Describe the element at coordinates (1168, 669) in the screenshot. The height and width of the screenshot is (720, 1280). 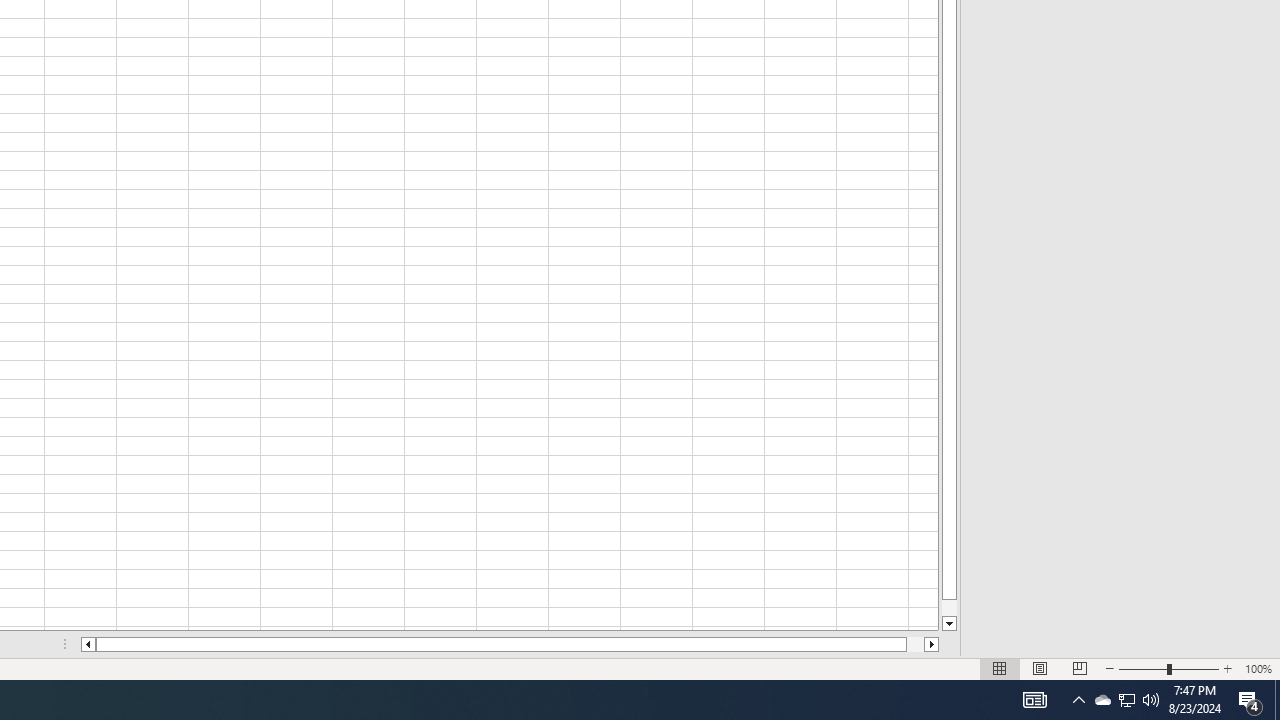
I see `'Zoom'` at that location.